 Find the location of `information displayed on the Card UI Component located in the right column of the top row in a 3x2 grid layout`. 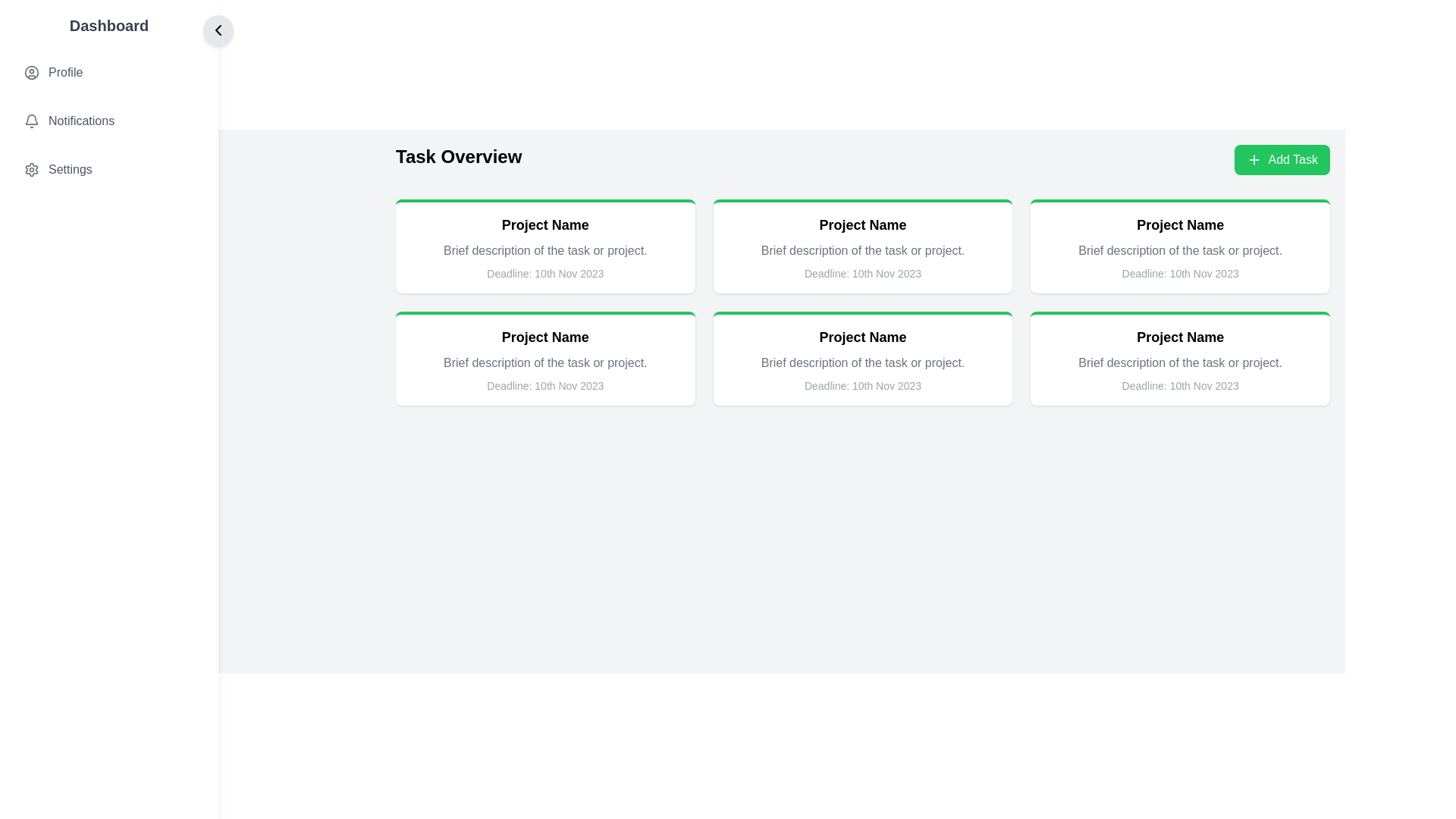

information displayed on the Card UI Component located in the right column of the top row in a 3x2 grid layout is located at coordinates (1179, 245).